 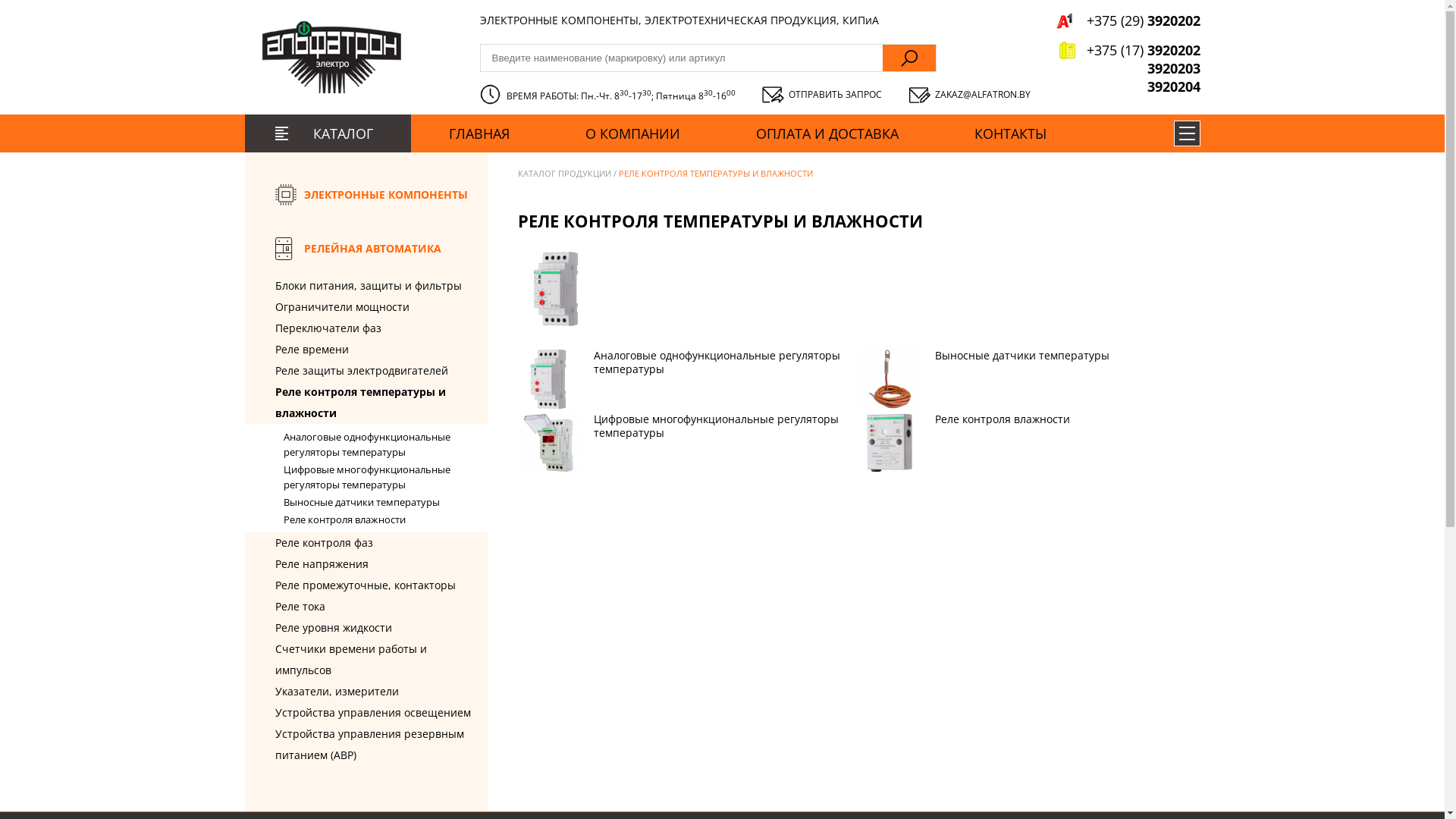 I want to click on '+375 (29) 3920202', so click(x=1128, y=20).